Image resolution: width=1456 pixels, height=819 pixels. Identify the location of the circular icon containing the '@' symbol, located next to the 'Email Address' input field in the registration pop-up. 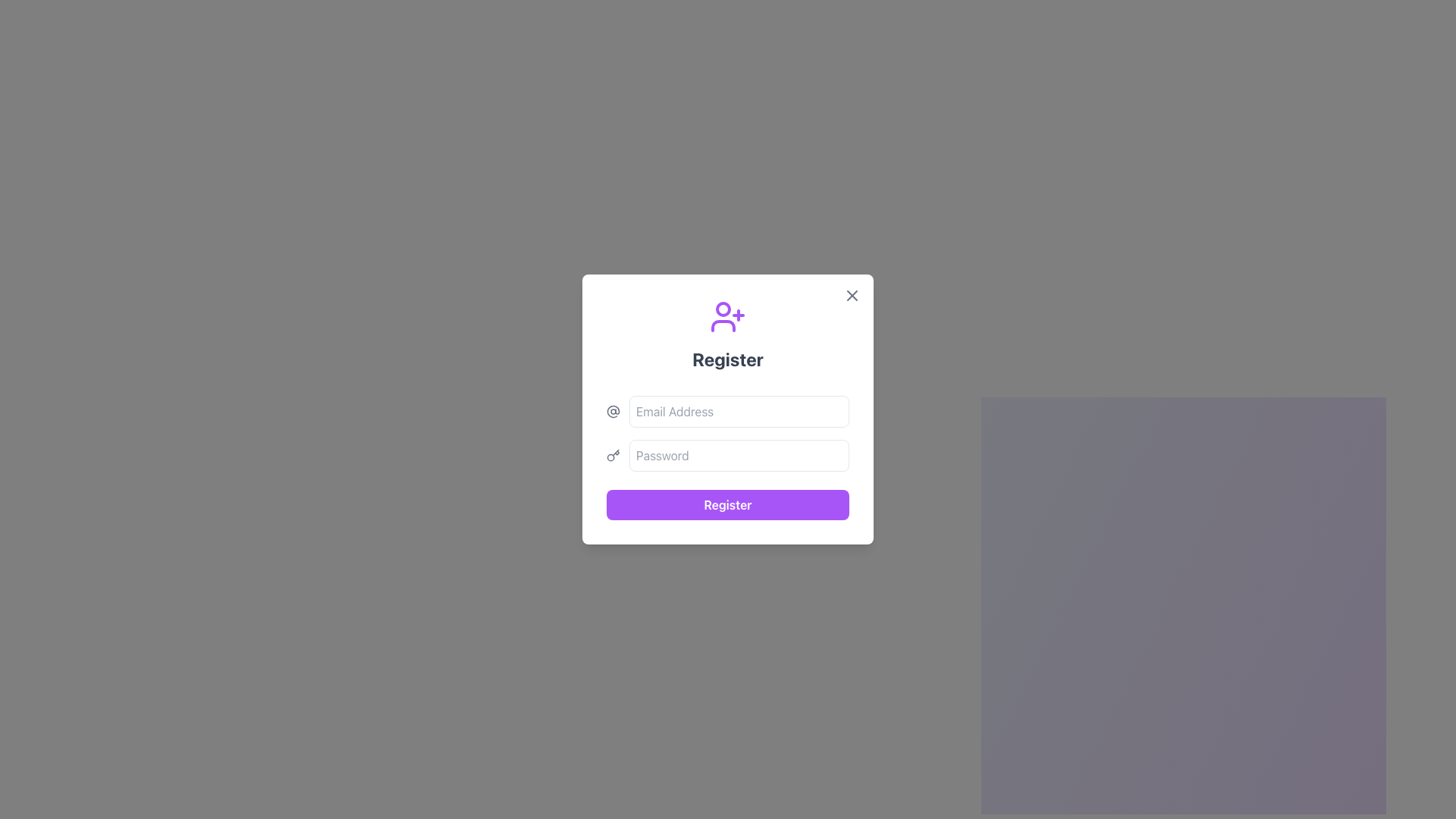
(613, 412).